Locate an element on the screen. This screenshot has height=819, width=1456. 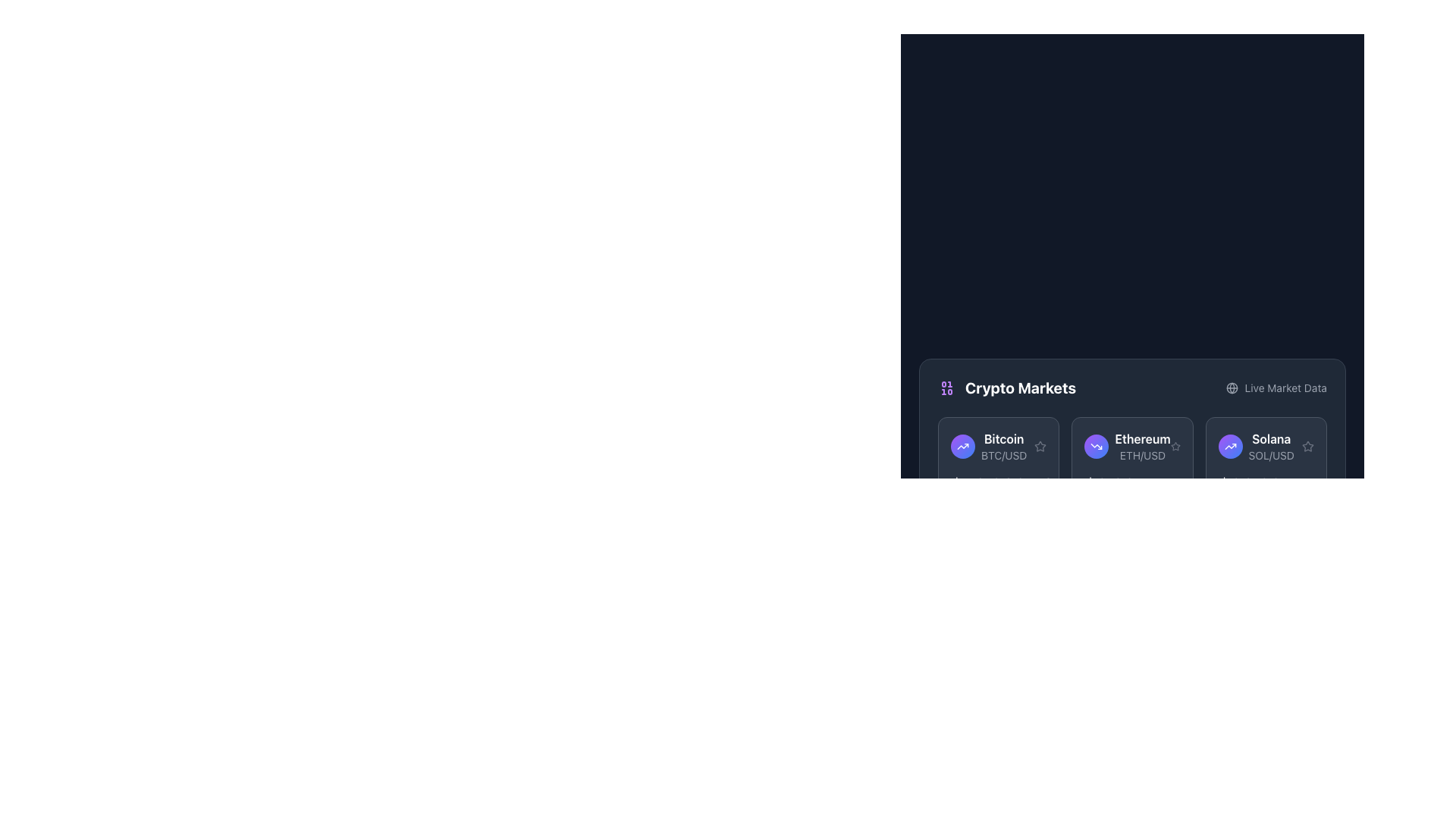
the text label reading 'Crypto Markets', which is styled with a bold, large font size and white color, located in the upper-middle area of the interface is located at coordinates (1020, 388).